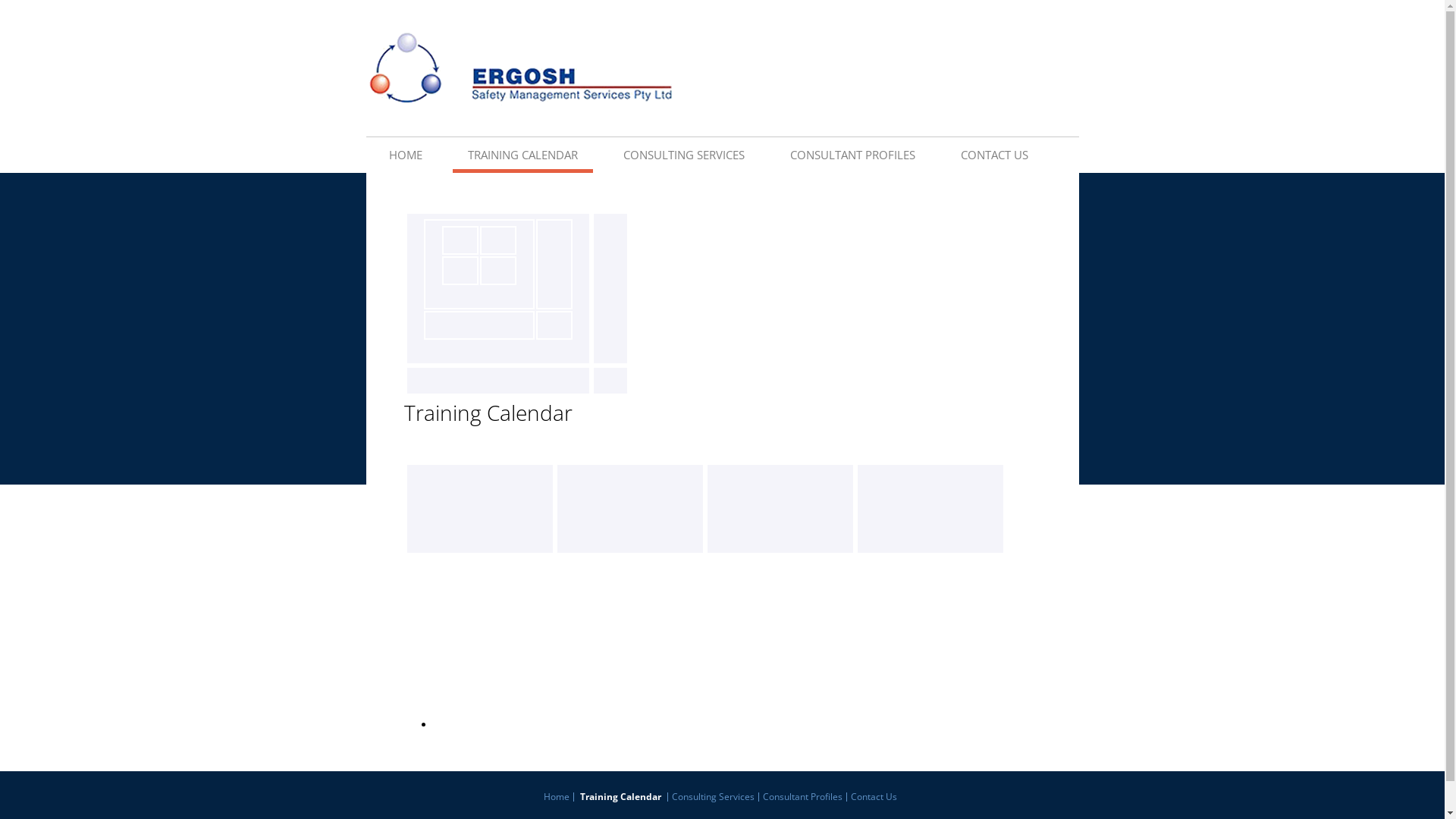  Describe the element at coordinates (522, 152) in the screenshot. I see `'TRAINING CALENDAR'` at that location.